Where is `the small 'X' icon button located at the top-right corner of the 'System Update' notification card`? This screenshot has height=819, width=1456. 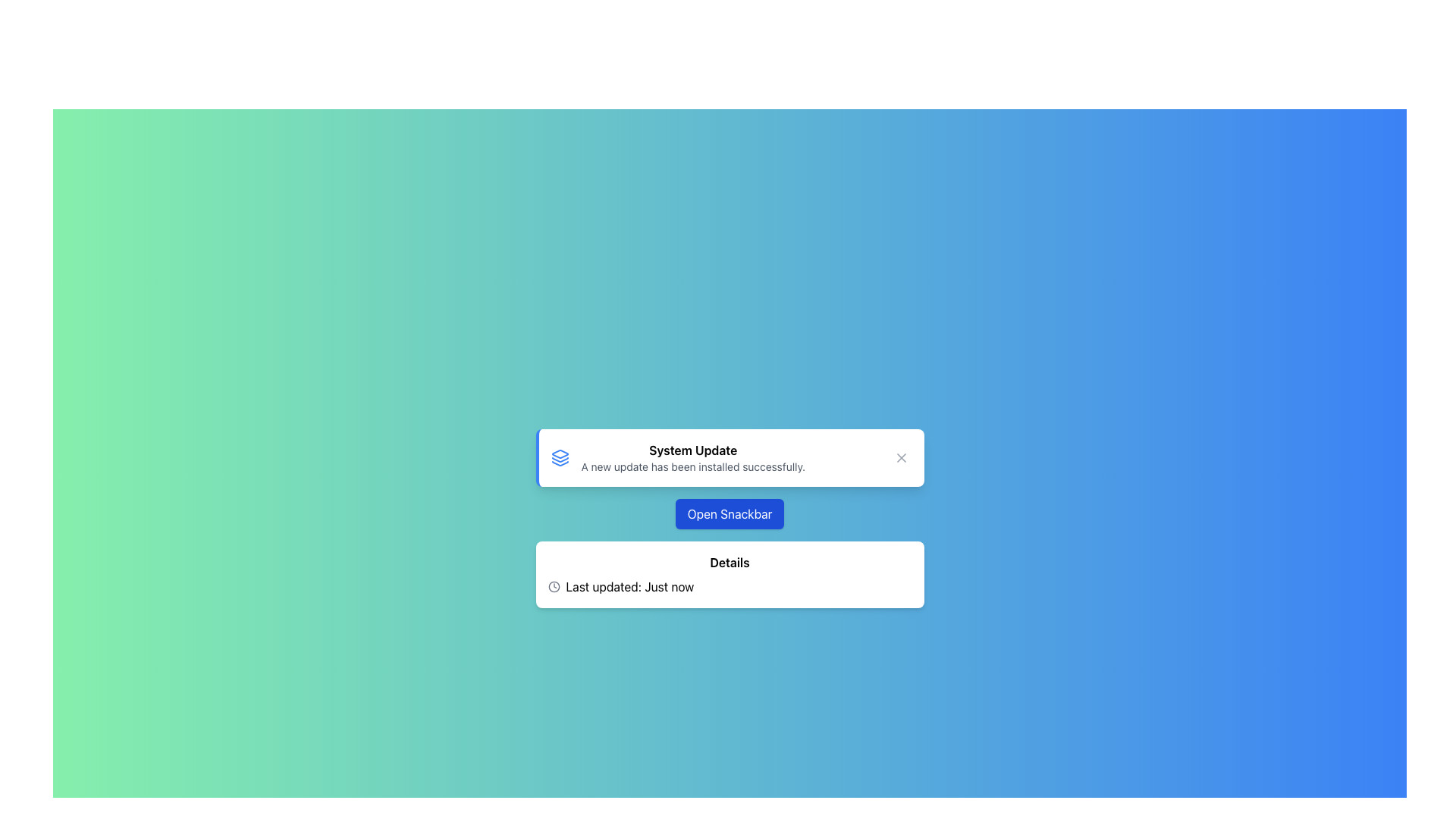 the small 'X' icon button located at the top-right corner of the 'System Update' notification card is located at coordinates (901, 457).